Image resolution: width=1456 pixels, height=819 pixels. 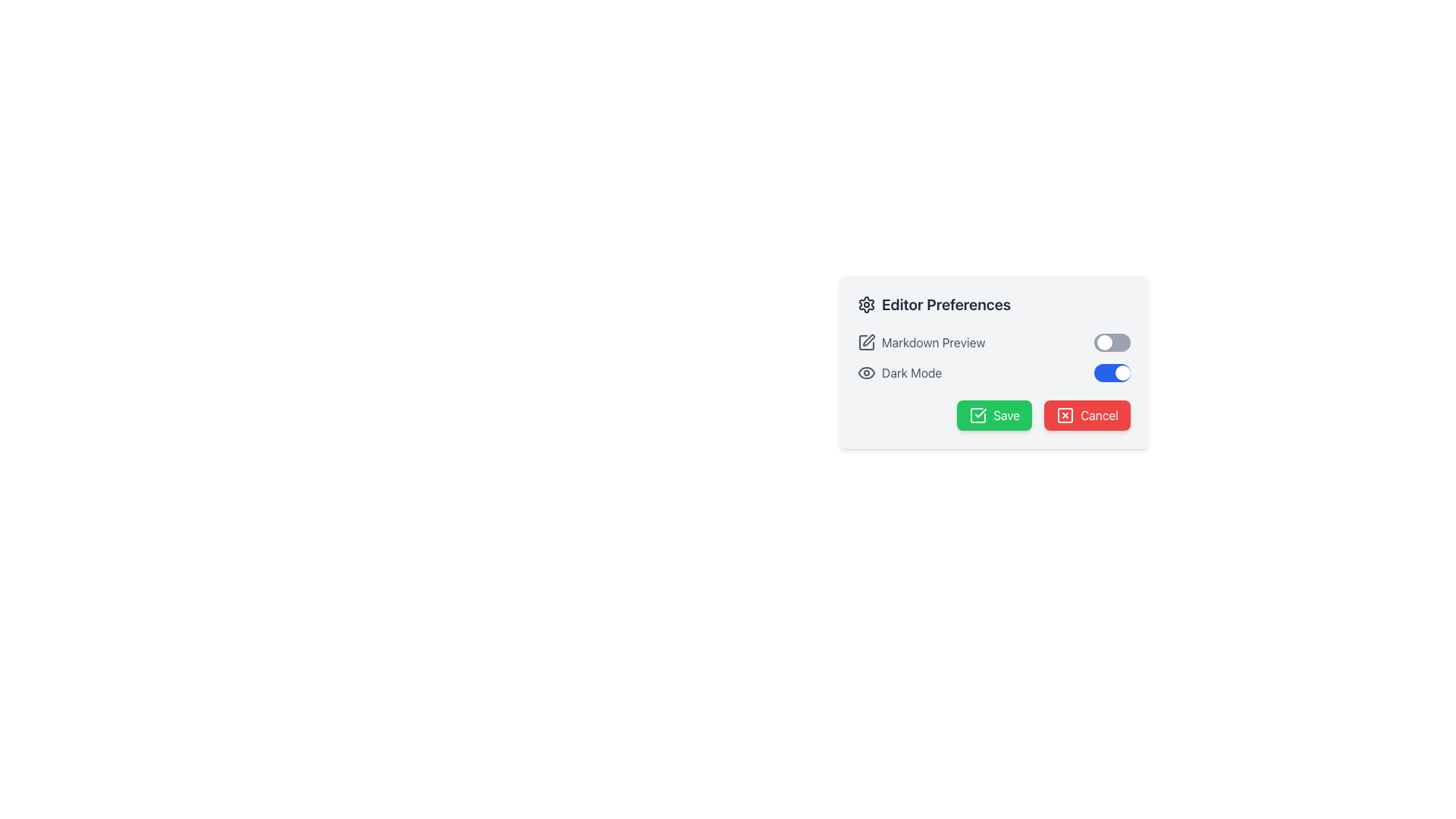 I want to click on the header text with an icon that introduces user preferences within a bordered card-like section to possibly see a tooltip, so click(x=993, y=304).